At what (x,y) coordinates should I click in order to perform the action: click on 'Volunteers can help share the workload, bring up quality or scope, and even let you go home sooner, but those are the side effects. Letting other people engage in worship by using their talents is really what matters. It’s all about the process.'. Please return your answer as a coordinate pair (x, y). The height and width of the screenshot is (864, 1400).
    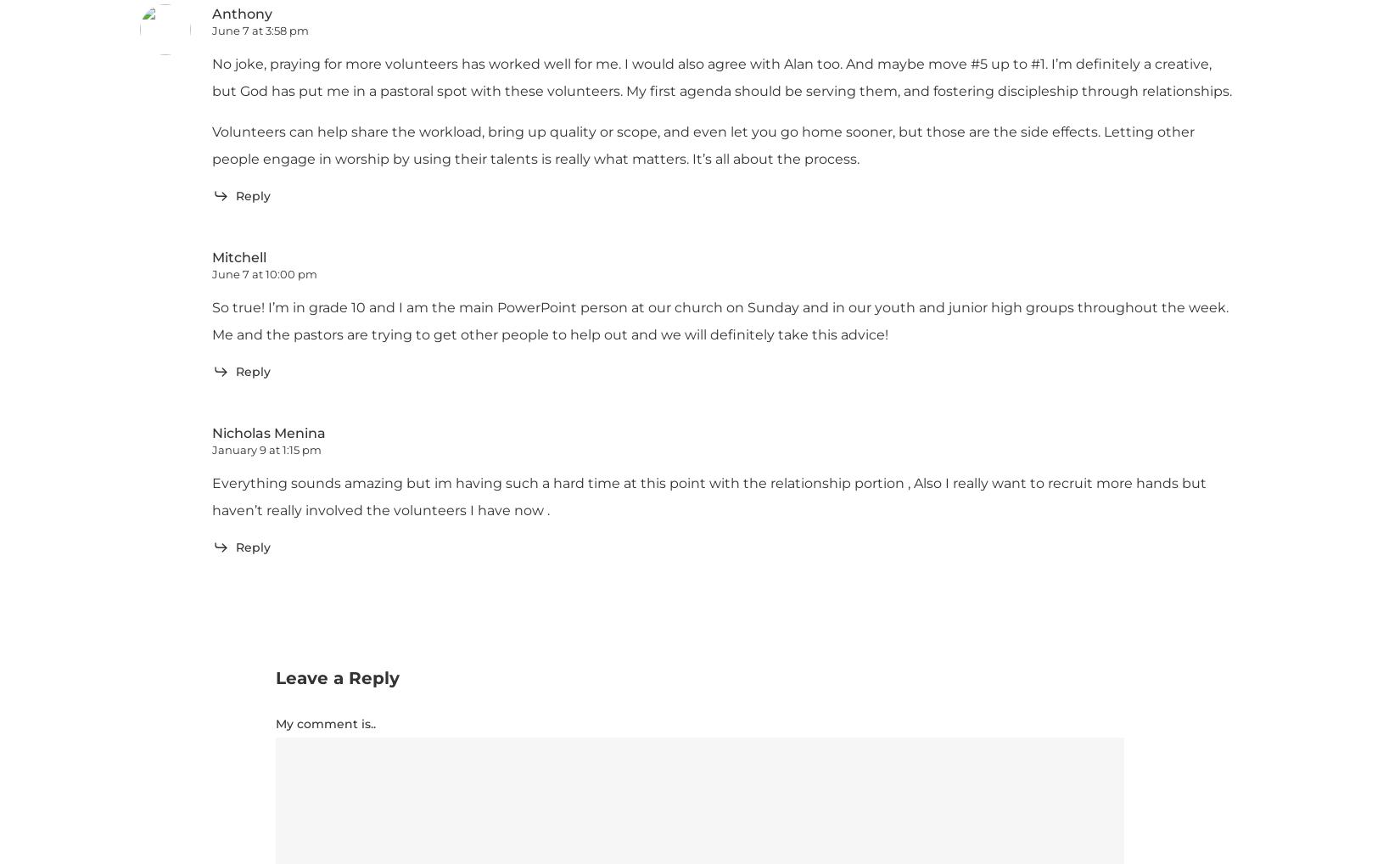
    Looking at the image, I should click on (703, 145).